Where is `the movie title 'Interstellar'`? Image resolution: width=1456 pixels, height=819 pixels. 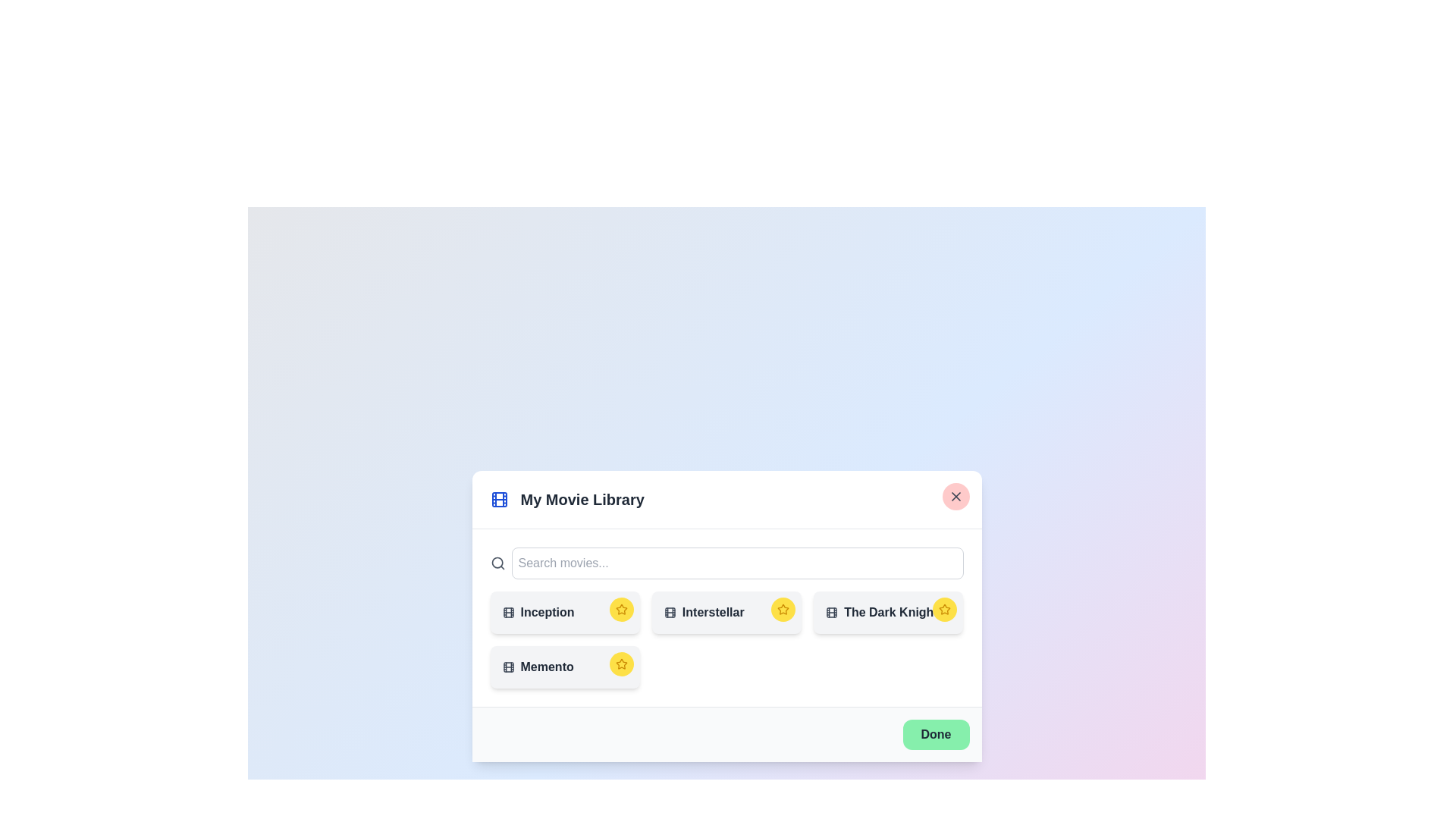 the movie title 'Interstellar' is located at coordinates (726, 611).